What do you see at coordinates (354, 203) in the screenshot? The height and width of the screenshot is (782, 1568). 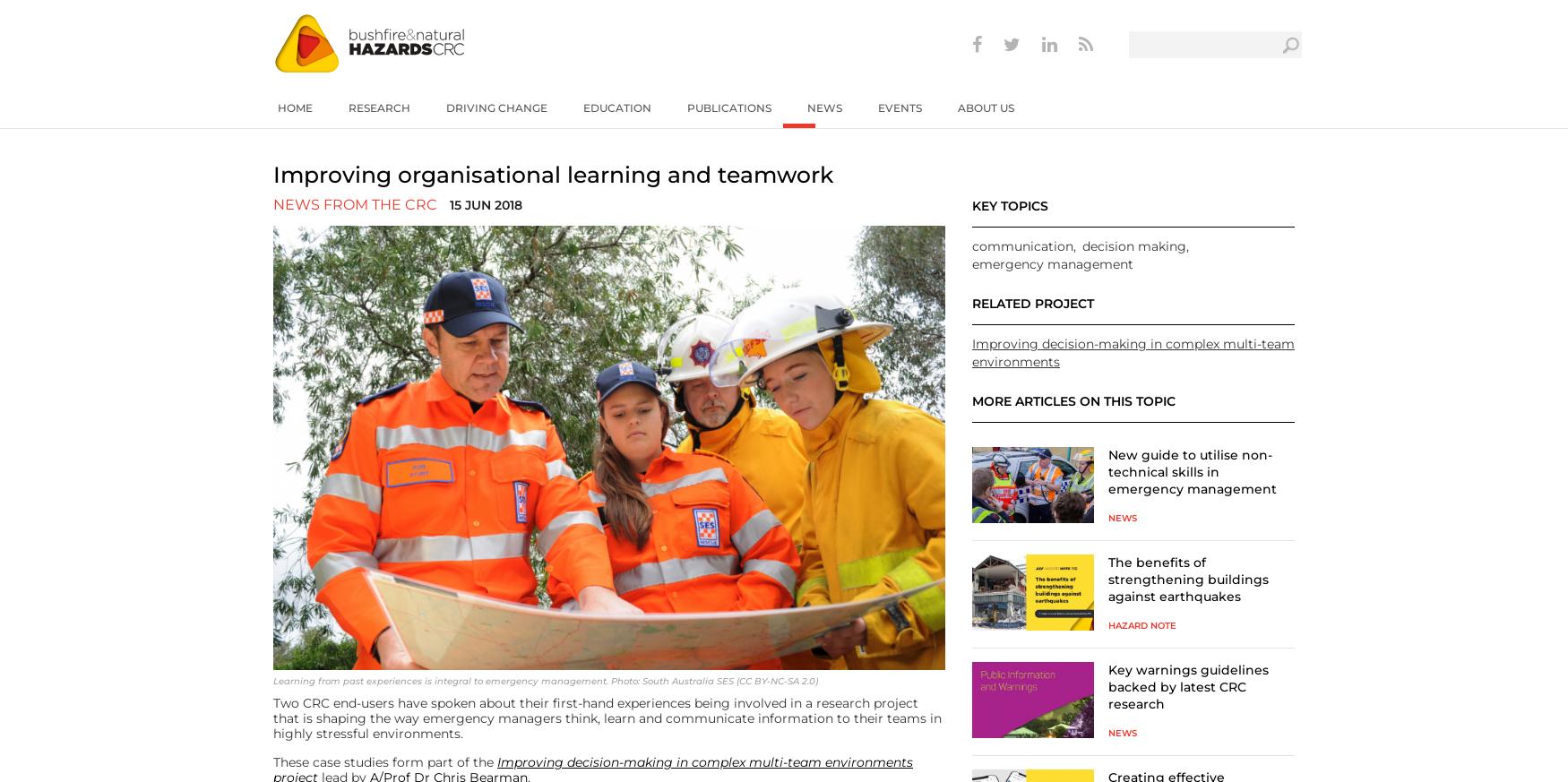 I see `'News from the CRC'` at bounding box center [354, 203].